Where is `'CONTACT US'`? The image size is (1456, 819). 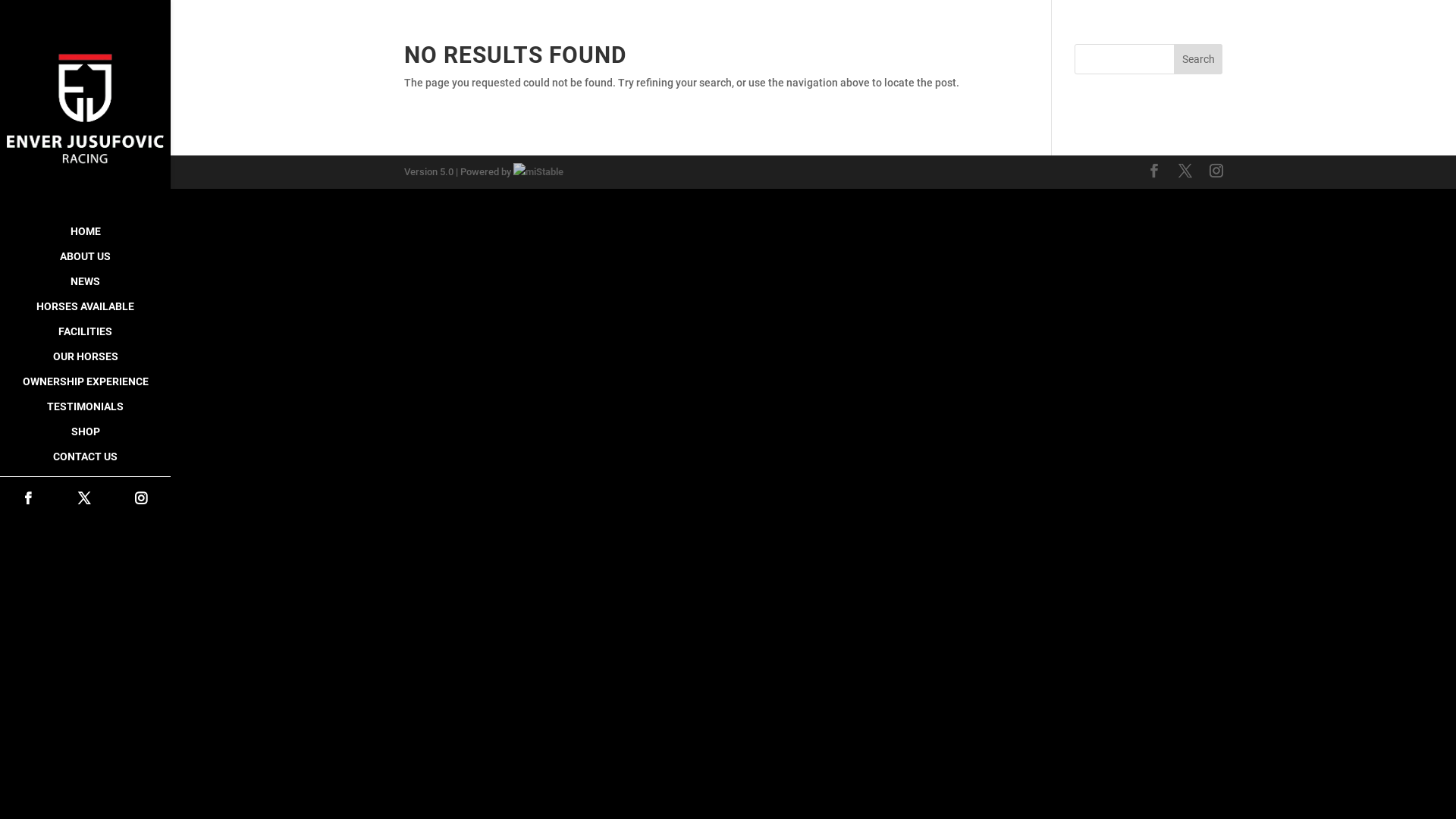
'CONTACT US' is located at coordinates (84, 463).